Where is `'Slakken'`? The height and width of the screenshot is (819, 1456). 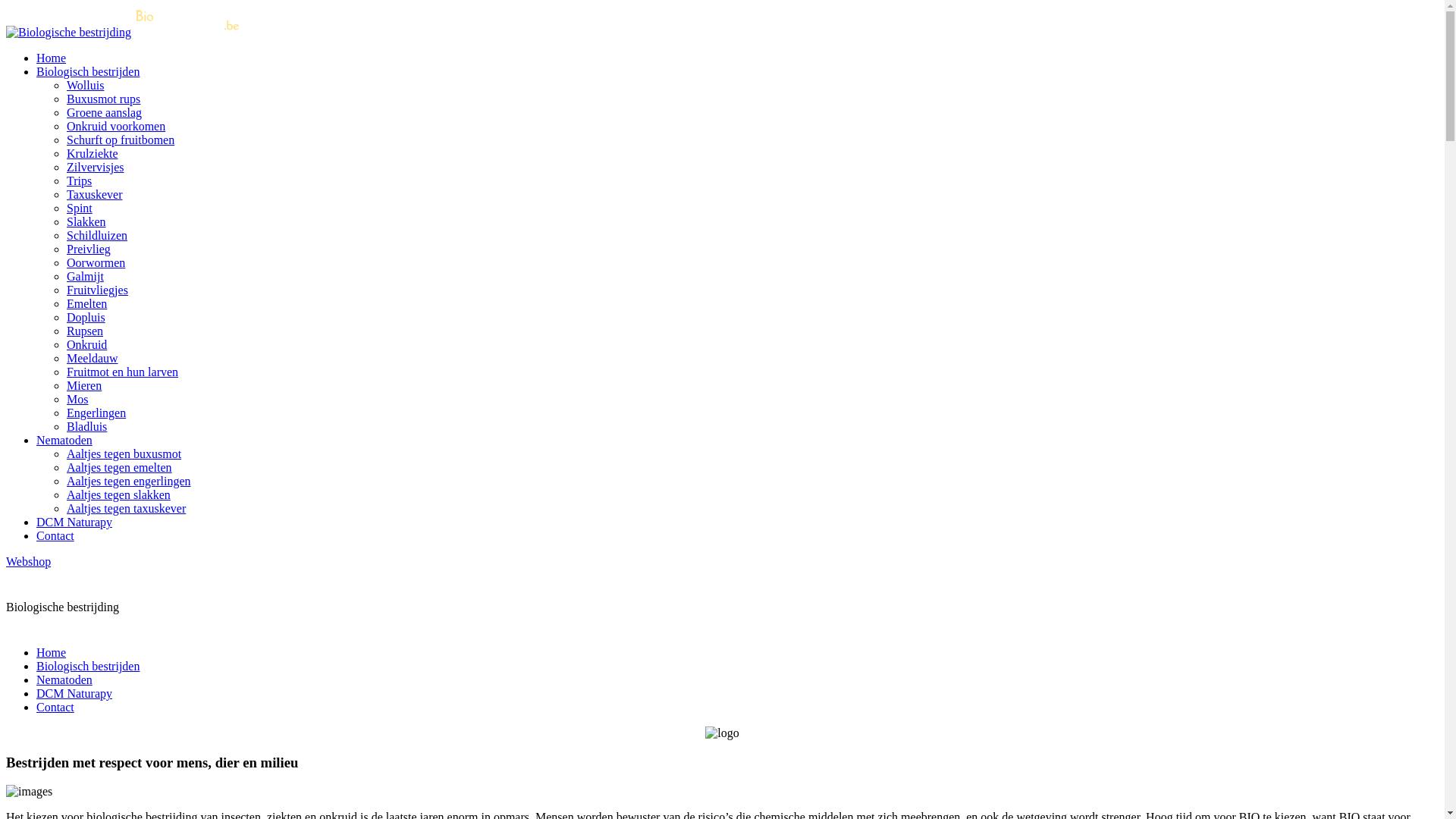 'Slakken' is located at coordinates (86, 221).